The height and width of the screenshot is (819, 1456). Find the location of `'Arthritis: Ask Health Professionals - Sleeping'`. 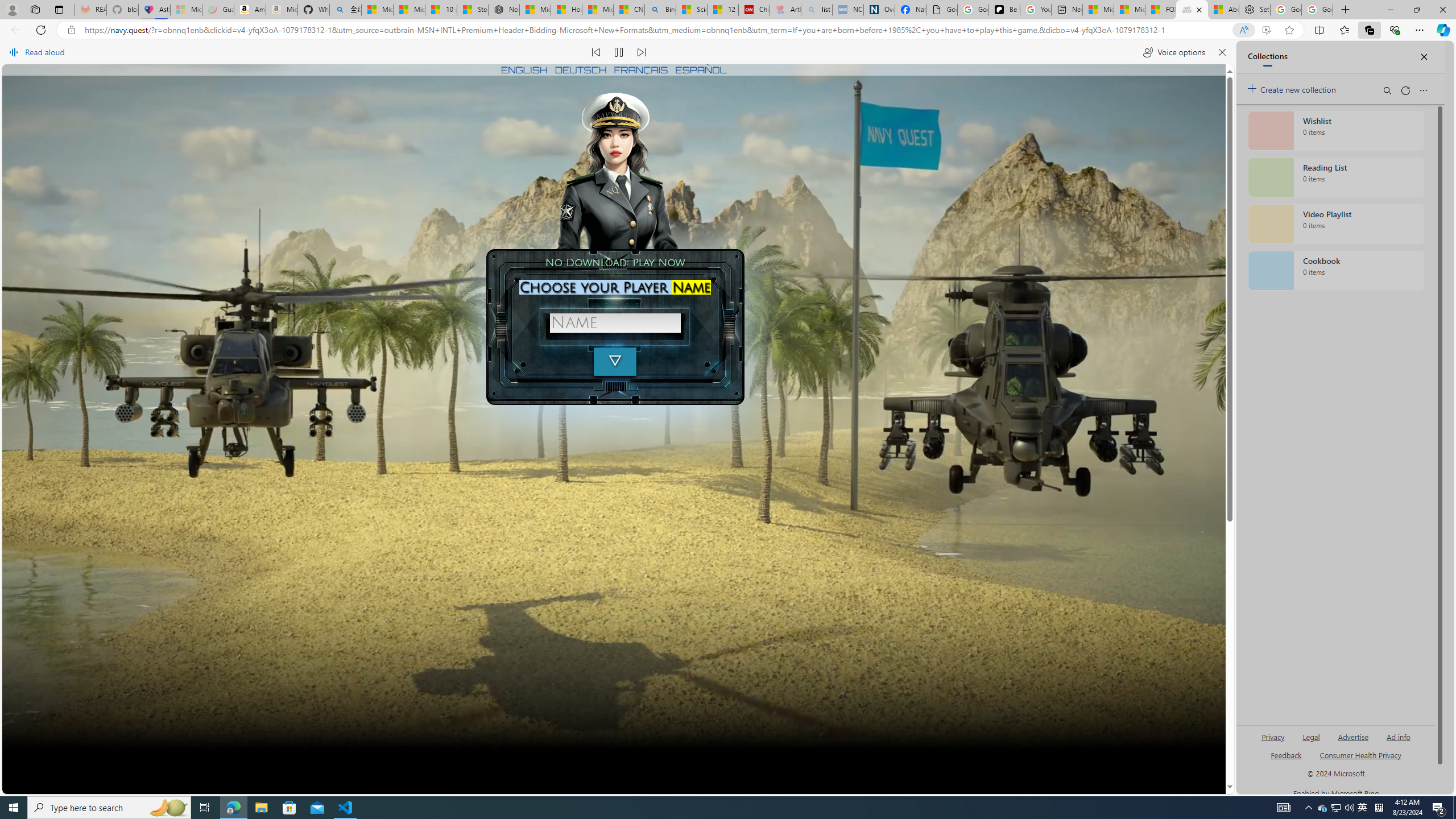

'Arthritis: Ask Health Professionals - Sleeping' is located at coordinates (785, 9).